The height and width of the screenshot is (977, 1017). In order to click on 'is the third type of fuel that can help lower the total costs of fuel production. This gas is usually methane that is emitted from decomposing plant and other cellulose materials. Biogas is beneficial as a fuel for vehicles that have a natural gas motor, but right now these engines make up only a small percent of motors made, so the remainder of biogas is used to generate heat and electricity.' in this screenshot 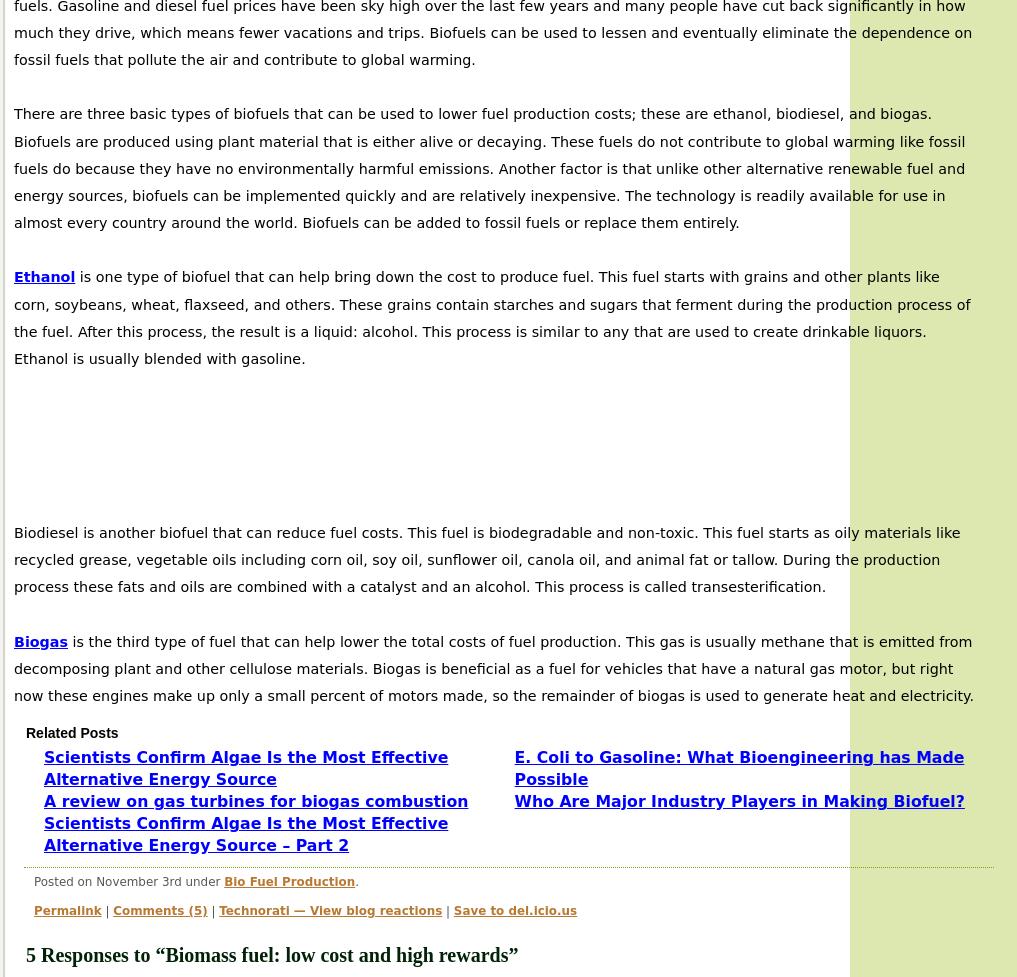, I will do `click(492, 668)`.